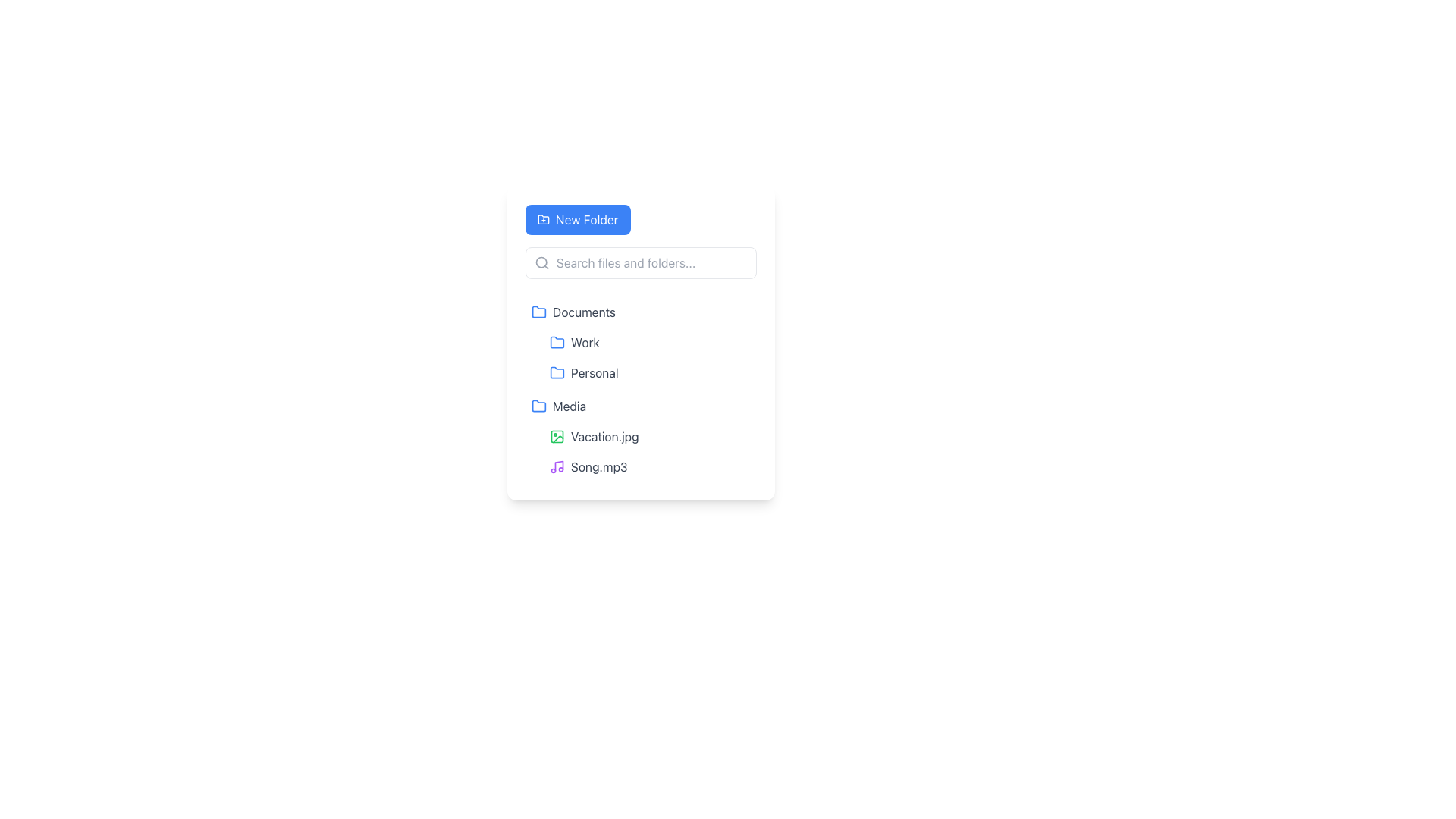  I want to click on the 'Personal' folder entry located under the 'Work' folder in the 'Documents' section, so click(650, 373).